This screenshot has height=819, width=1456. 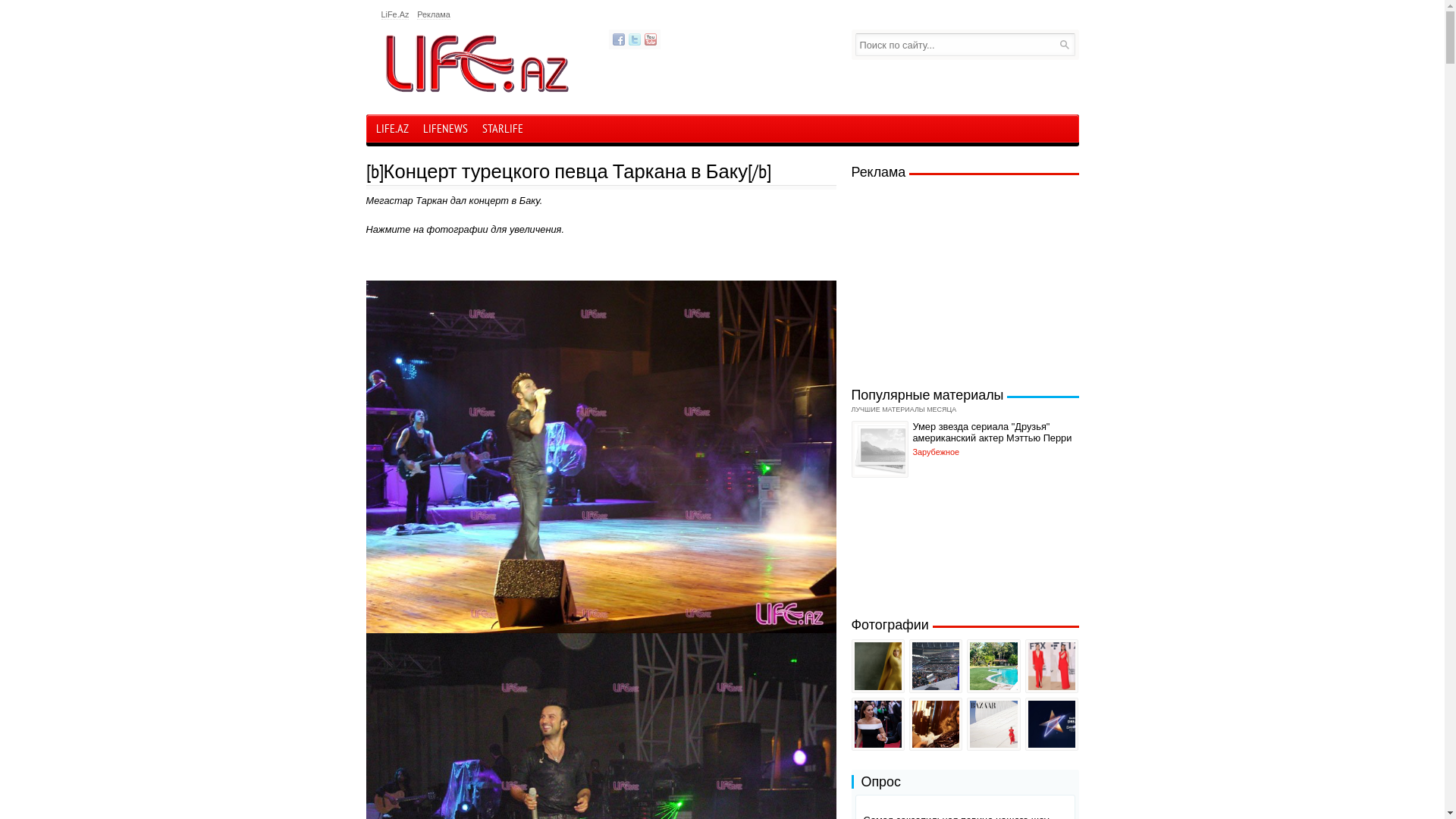 I want to click on 'YouTube', so click(x=651, y=38).